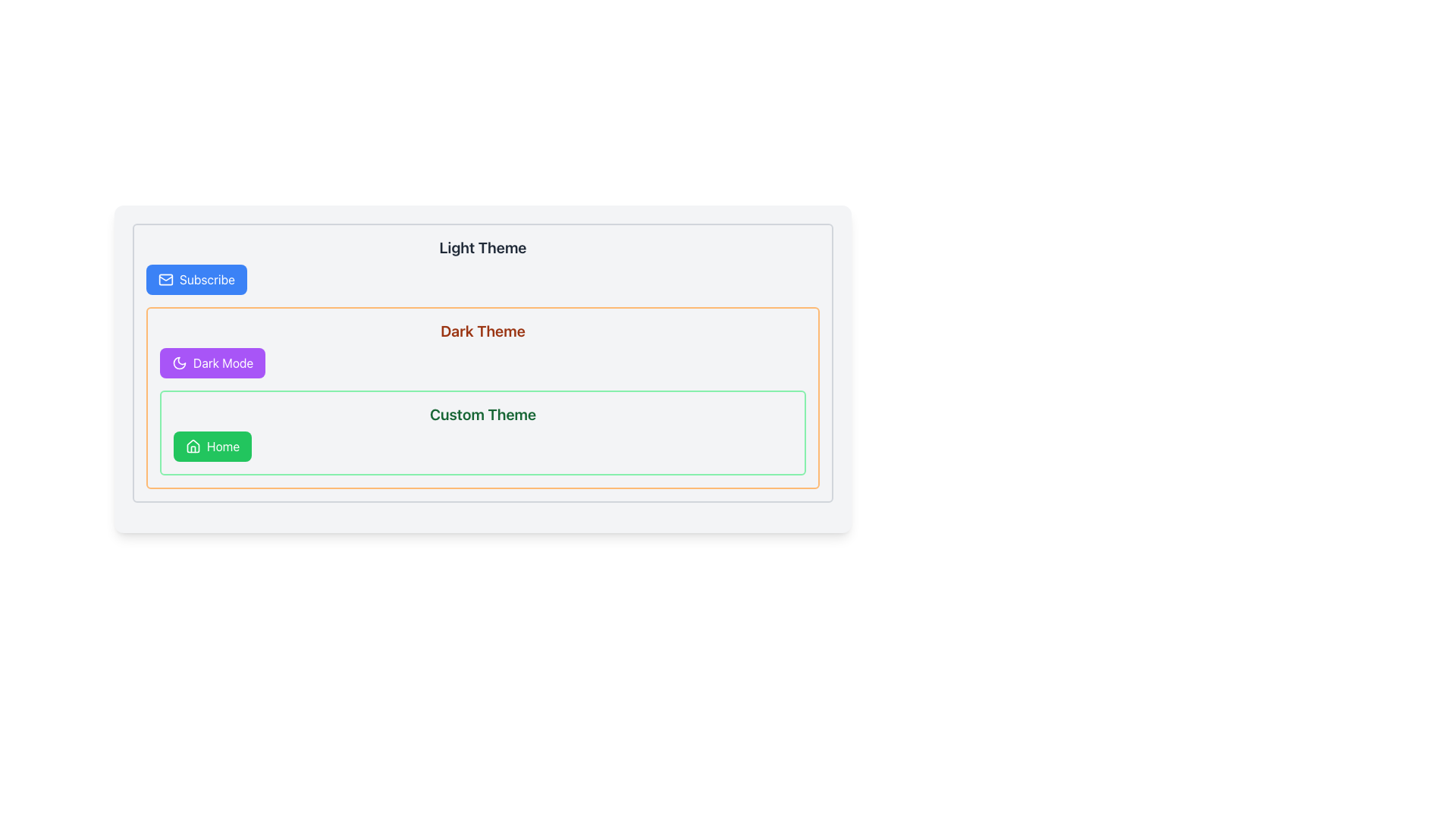 The height and width of the screenshot is (819, 1456). What do you see at coordinates (192, 444) in the screenshot?
I see `the decorative 'Home' icon located in the lower section of the 'Custom Theme' group, which is styled as an SVG with the class 'lucide lucide-house'` at bounding box center [192, 444].